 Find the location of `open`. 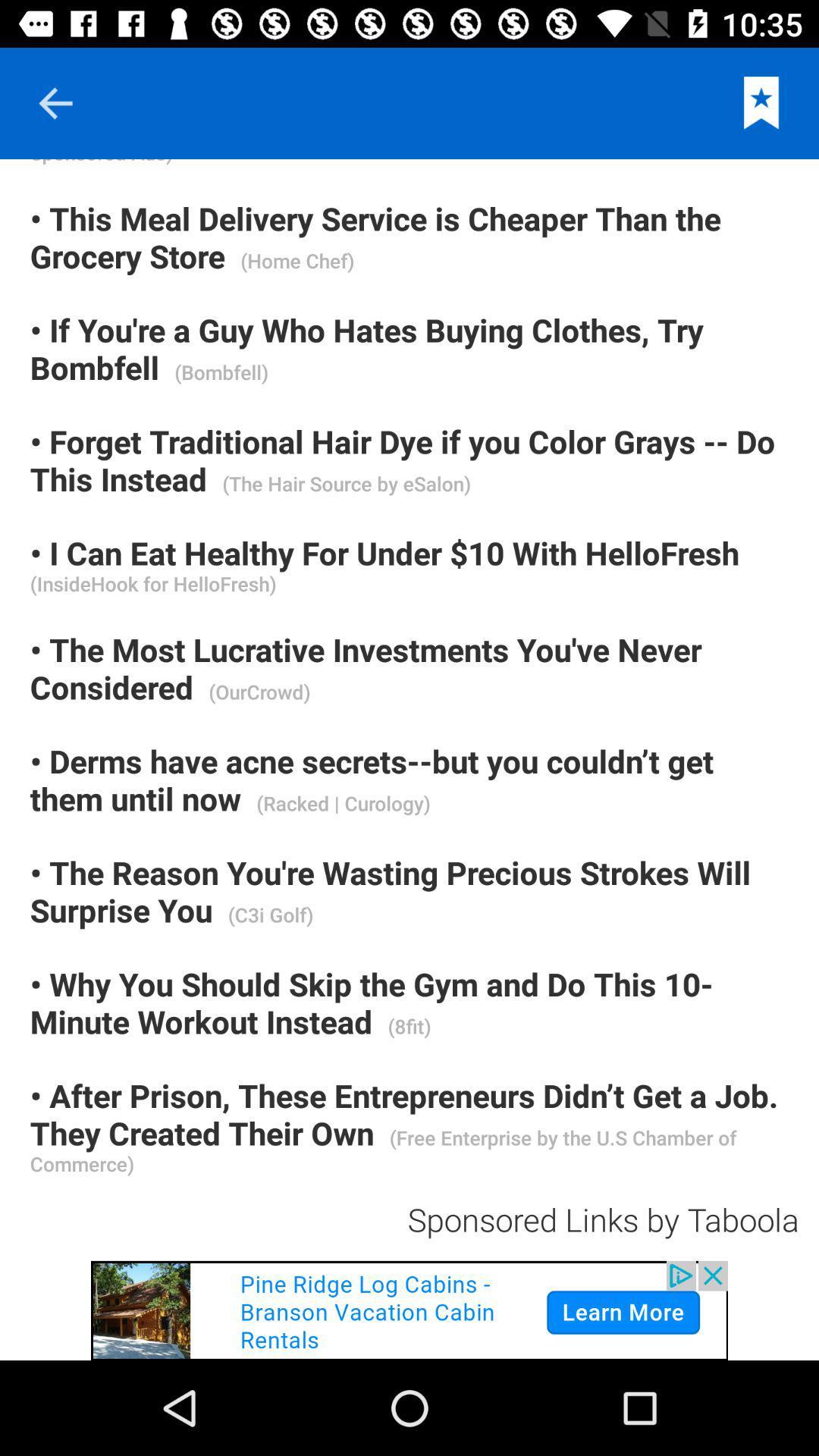

open is located at coordinates (409, 1310).